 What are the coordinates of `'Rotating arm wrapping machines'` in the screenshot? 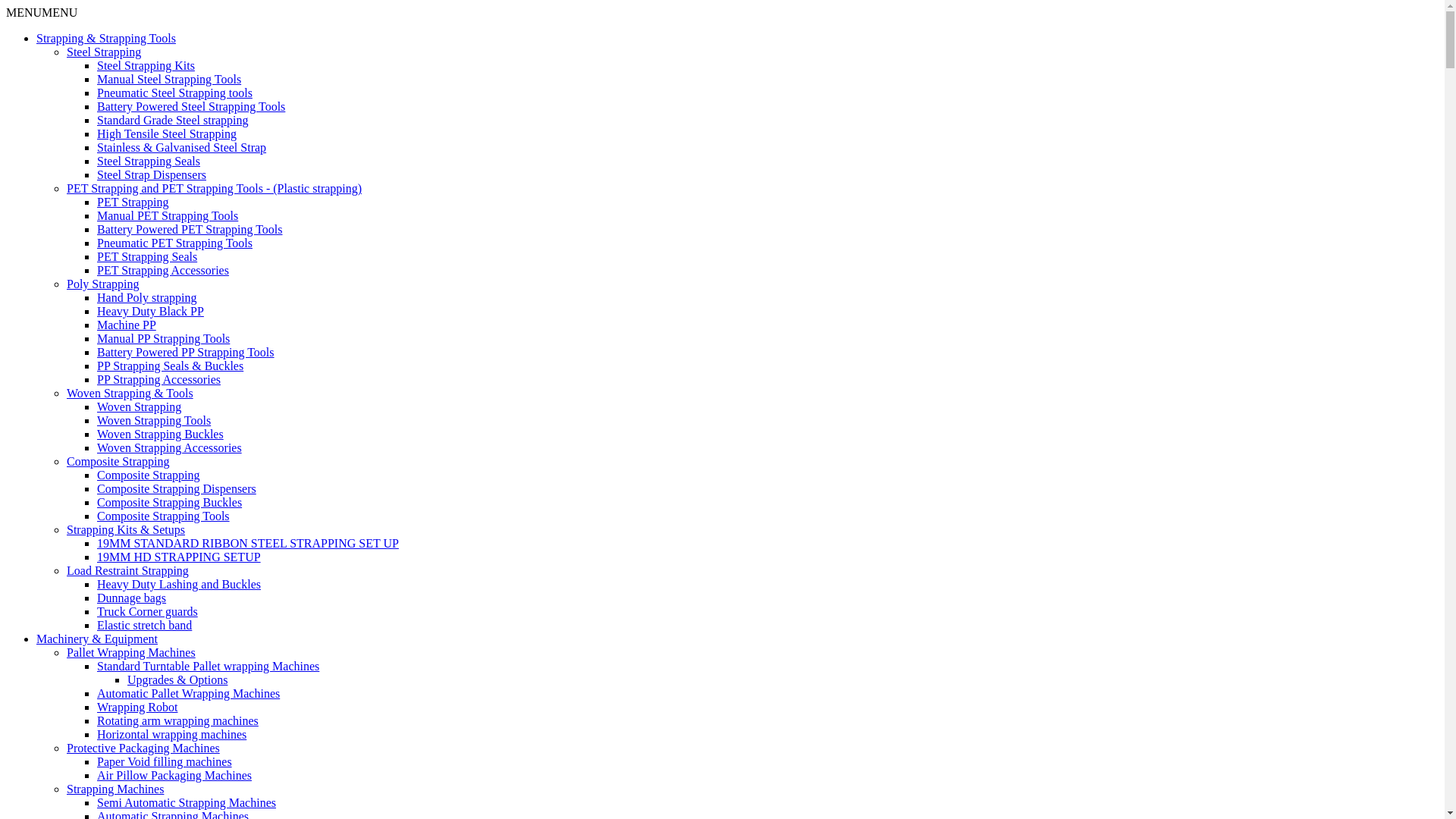 It's located at (96, 720).